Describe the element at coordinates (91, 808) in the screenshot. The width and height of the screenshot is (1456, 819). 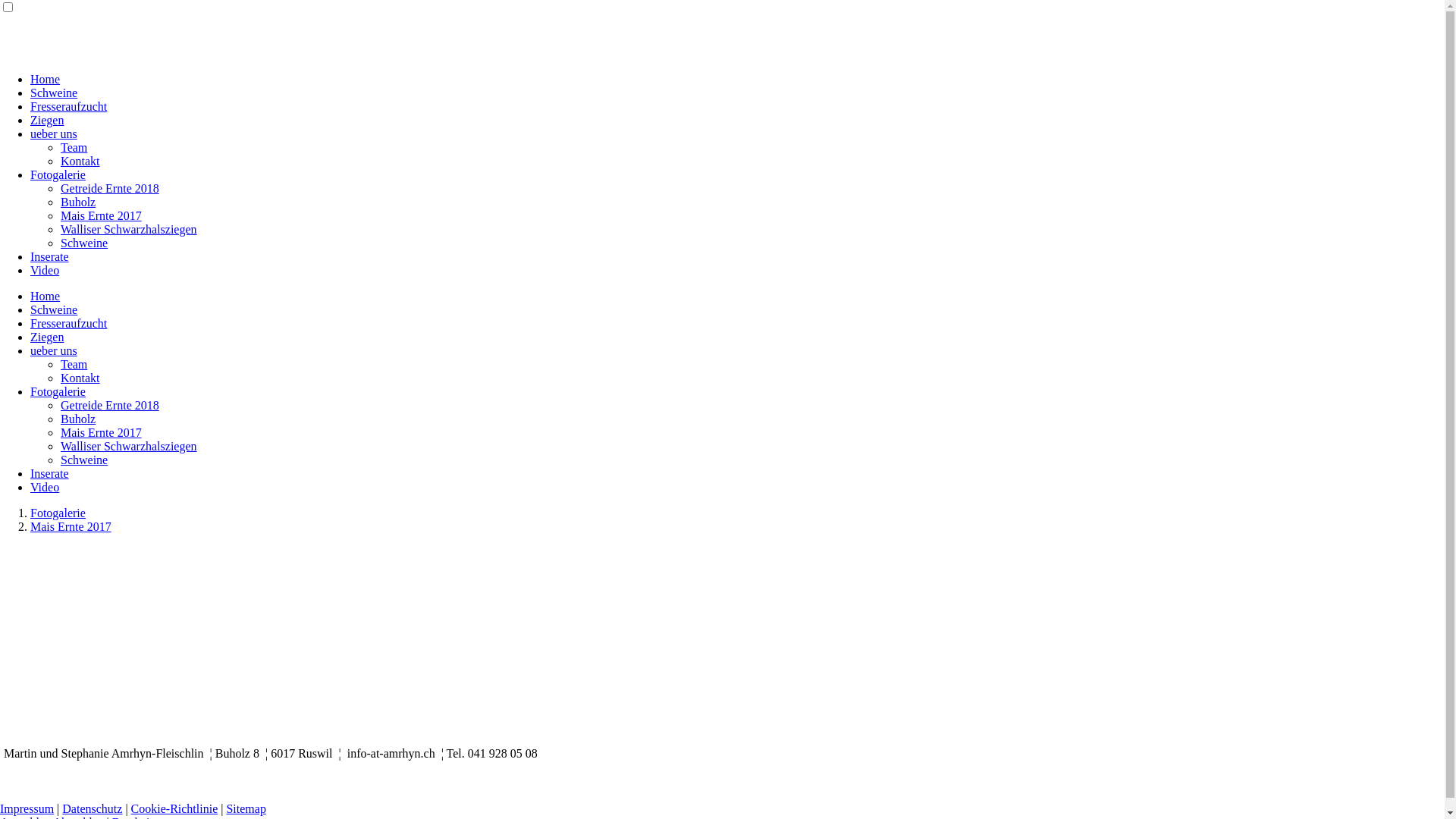
I see `'Datenschutz'` at that location.